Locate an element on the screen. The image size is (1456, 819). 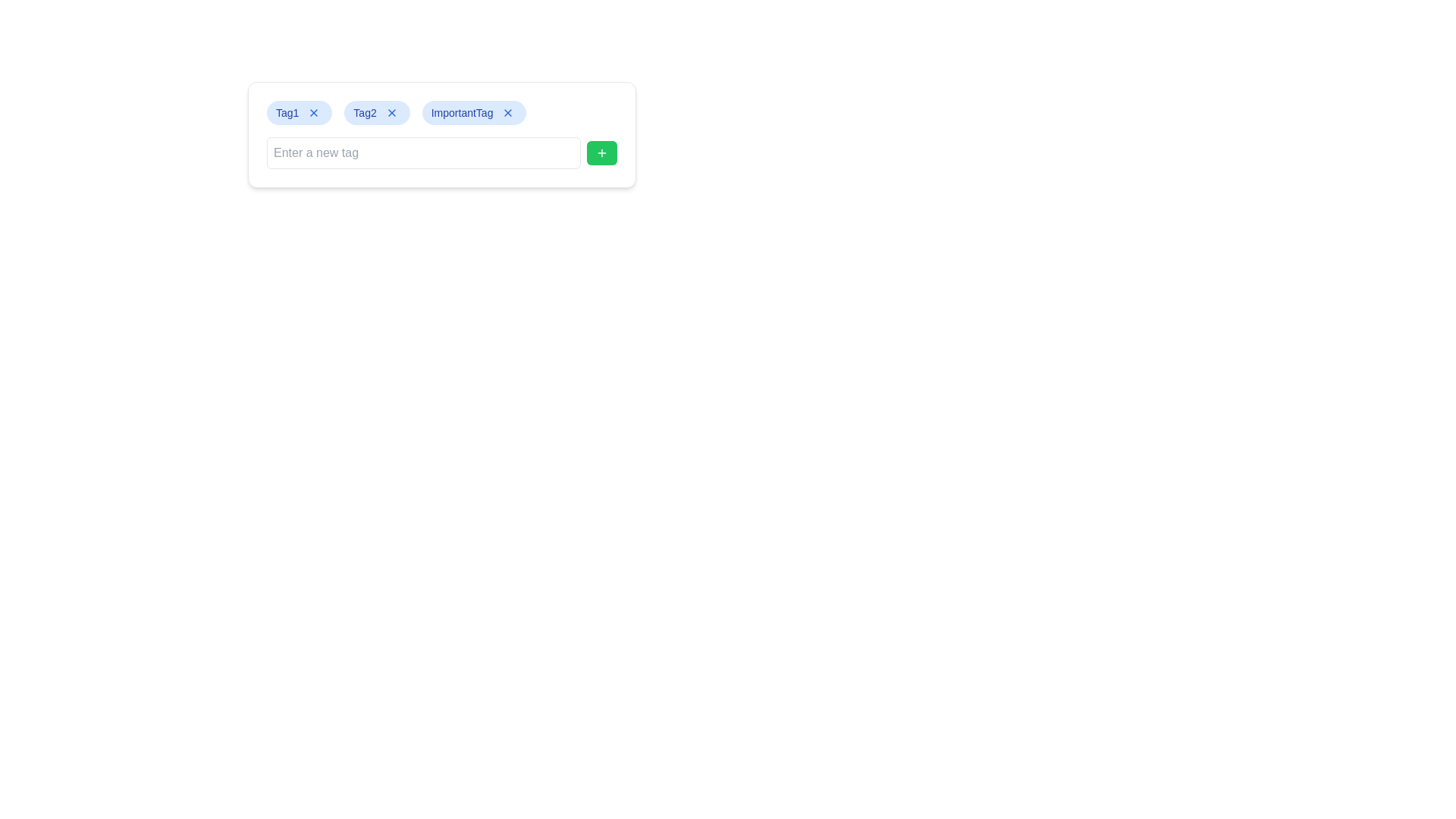
the close button icon shaped like an 'X' next to the tag labeled 'Tag2' to change its visual state is located at coordinates (391, 112).